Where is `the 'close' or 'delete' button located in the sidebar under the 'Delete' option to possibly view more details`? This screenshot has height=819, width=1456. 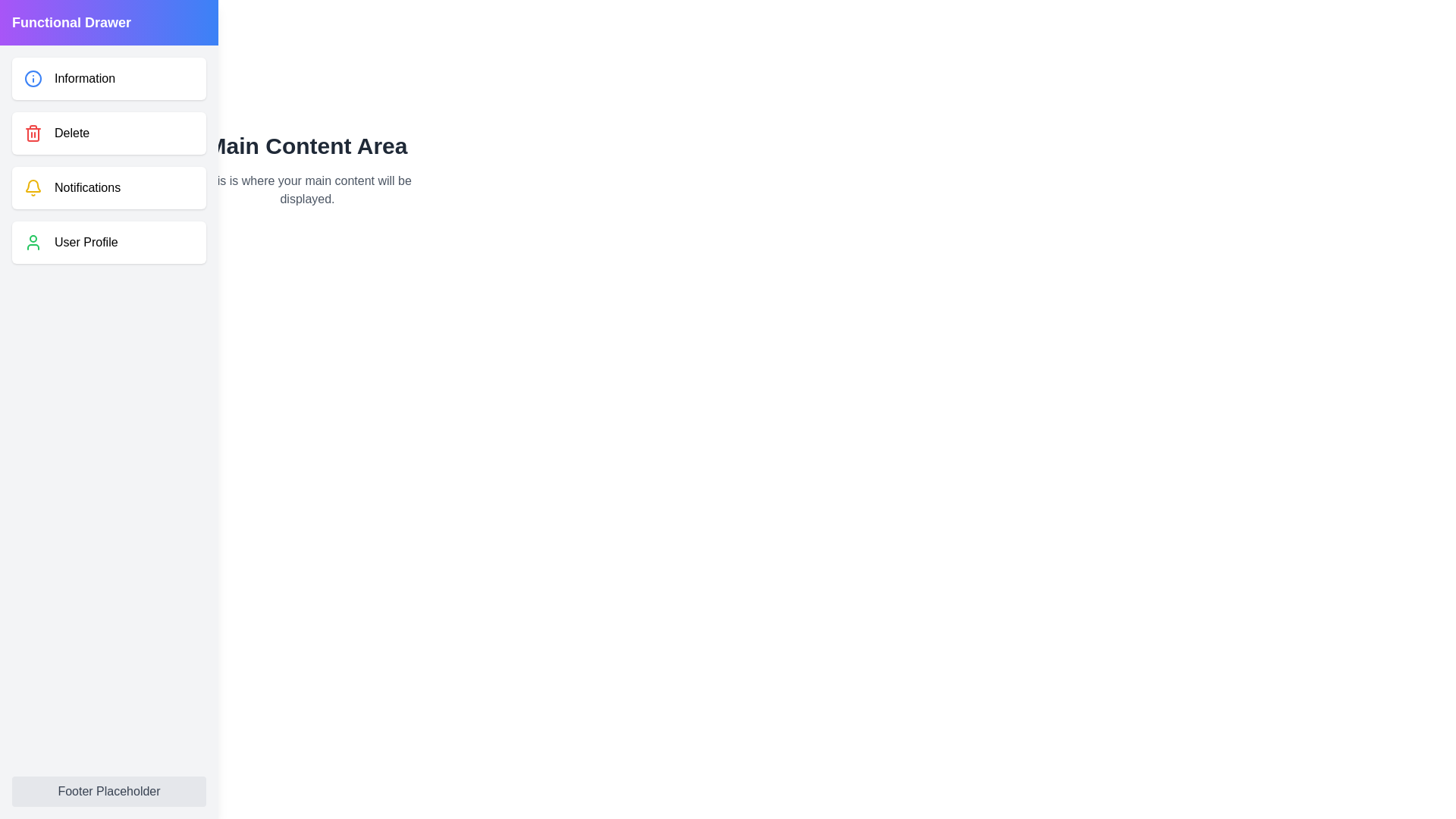 the 'close' or 'delete' button located in the sidebar under the 'Delete' option to possibly view more details is located at coordinates (174, 131).